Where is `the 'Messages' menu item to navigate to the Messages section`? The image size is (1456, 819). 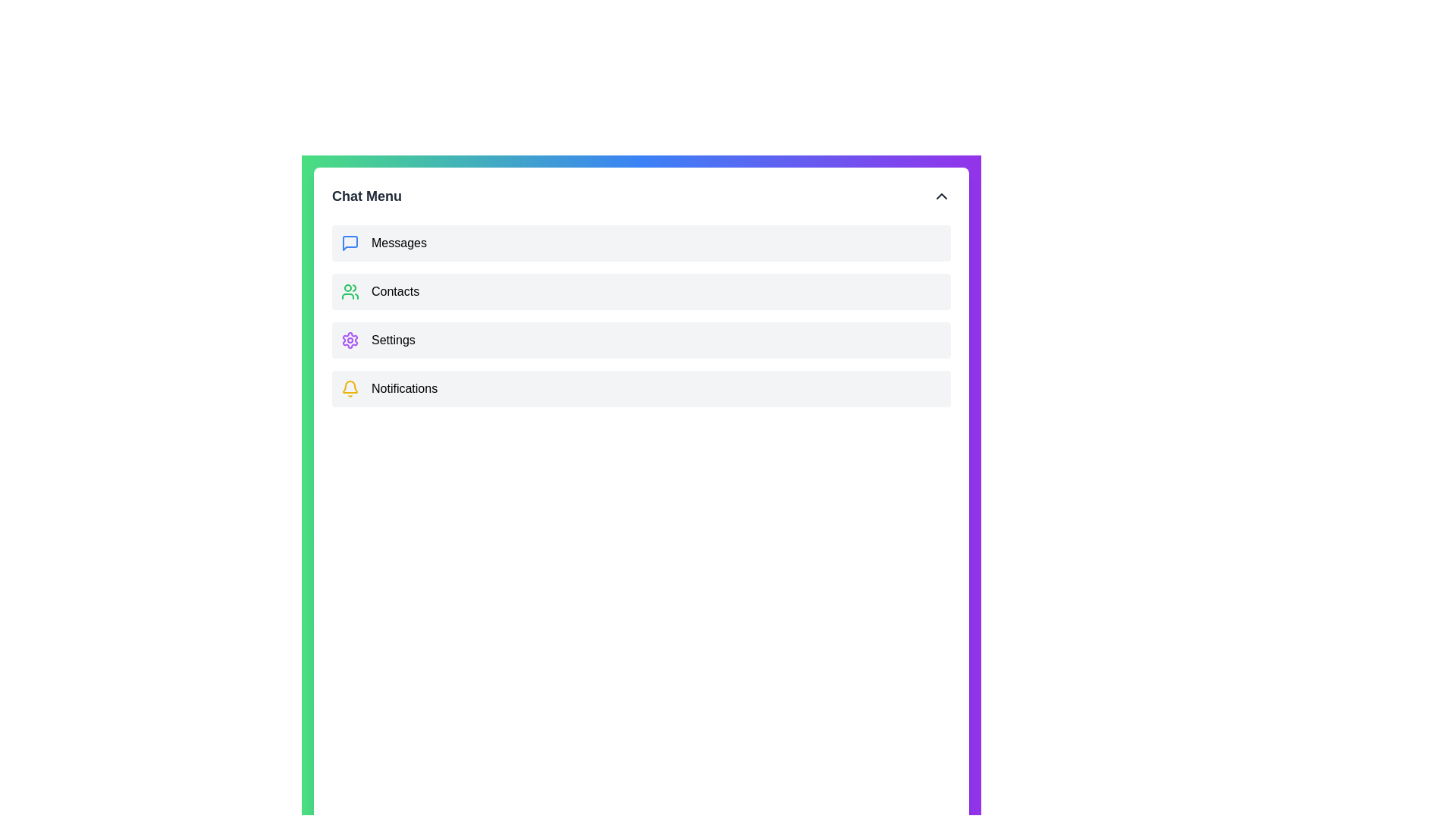
the 'Messages' menu item to navigate to the Messages section is located at coordinates (641, 242).